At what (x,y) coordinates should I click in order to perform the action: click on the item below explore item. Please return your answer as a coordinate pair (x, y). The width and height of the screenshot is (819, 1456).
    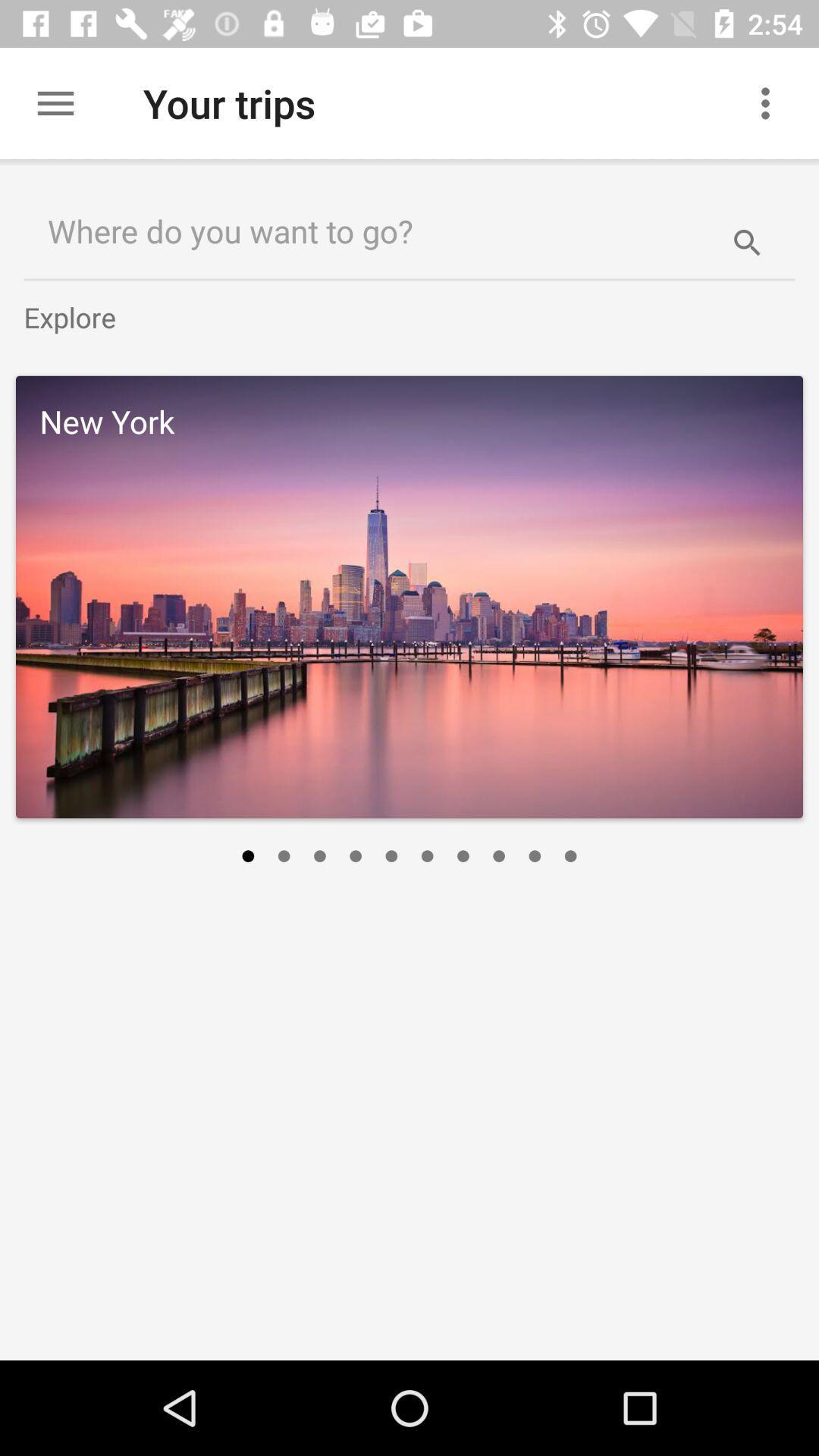
    Looking at the image, I should click on (409, 596).